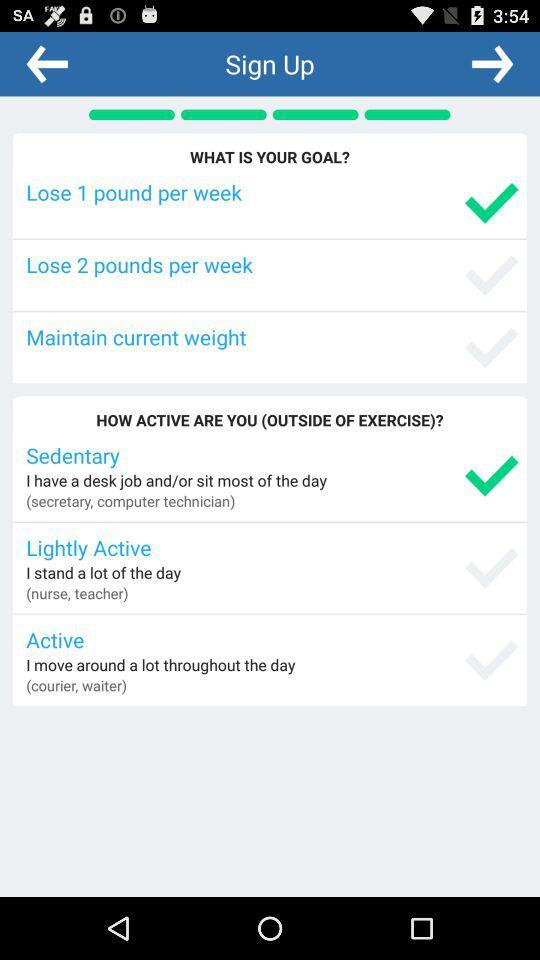  I want to click on (nurse, teacher), so click(76, 593).